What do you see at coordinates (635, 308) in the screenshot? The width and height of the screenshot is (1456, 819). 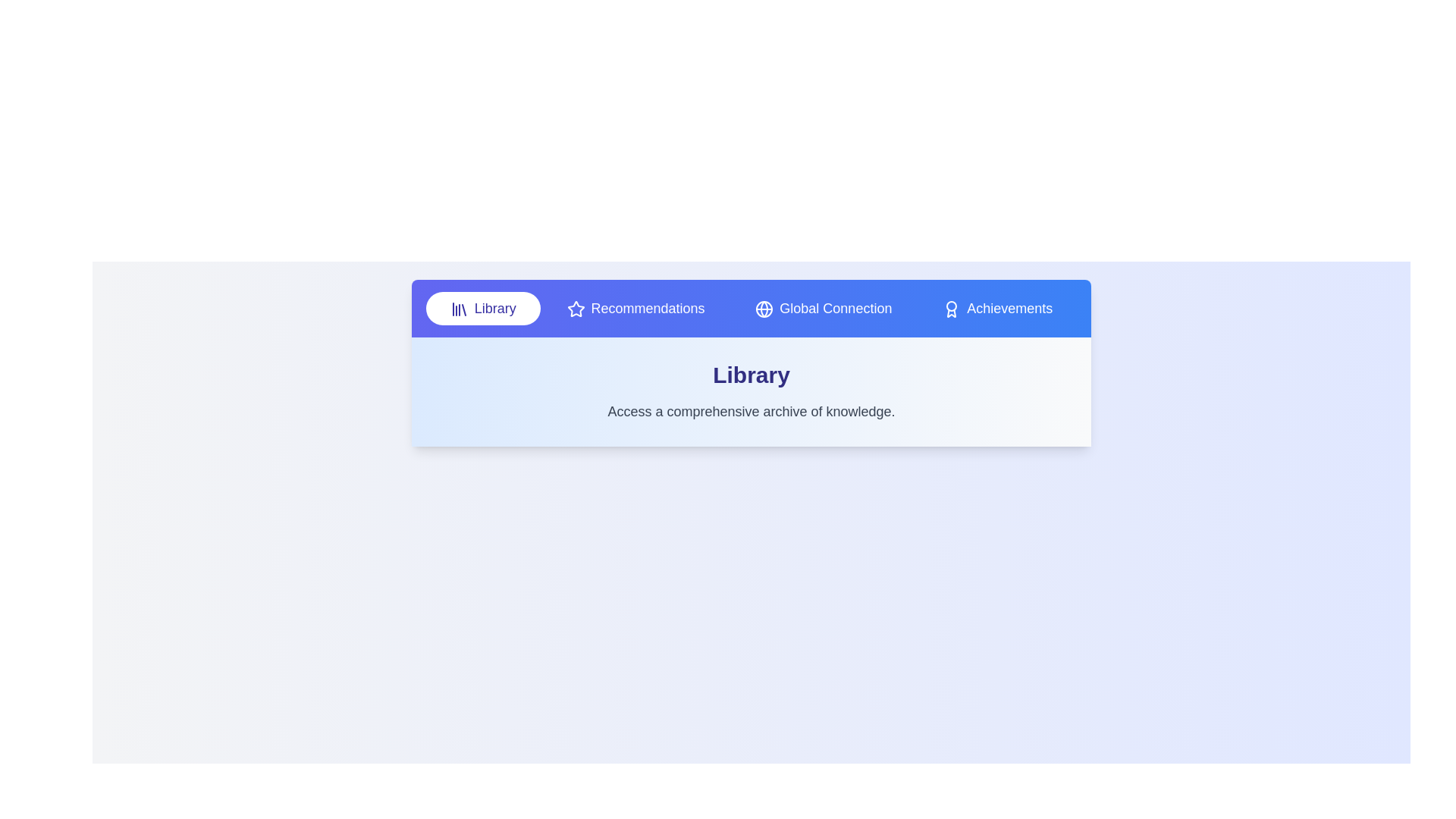 I see `the tab labeled Recommendations to switch to the corresponding view` at bounding box center [635, 308].